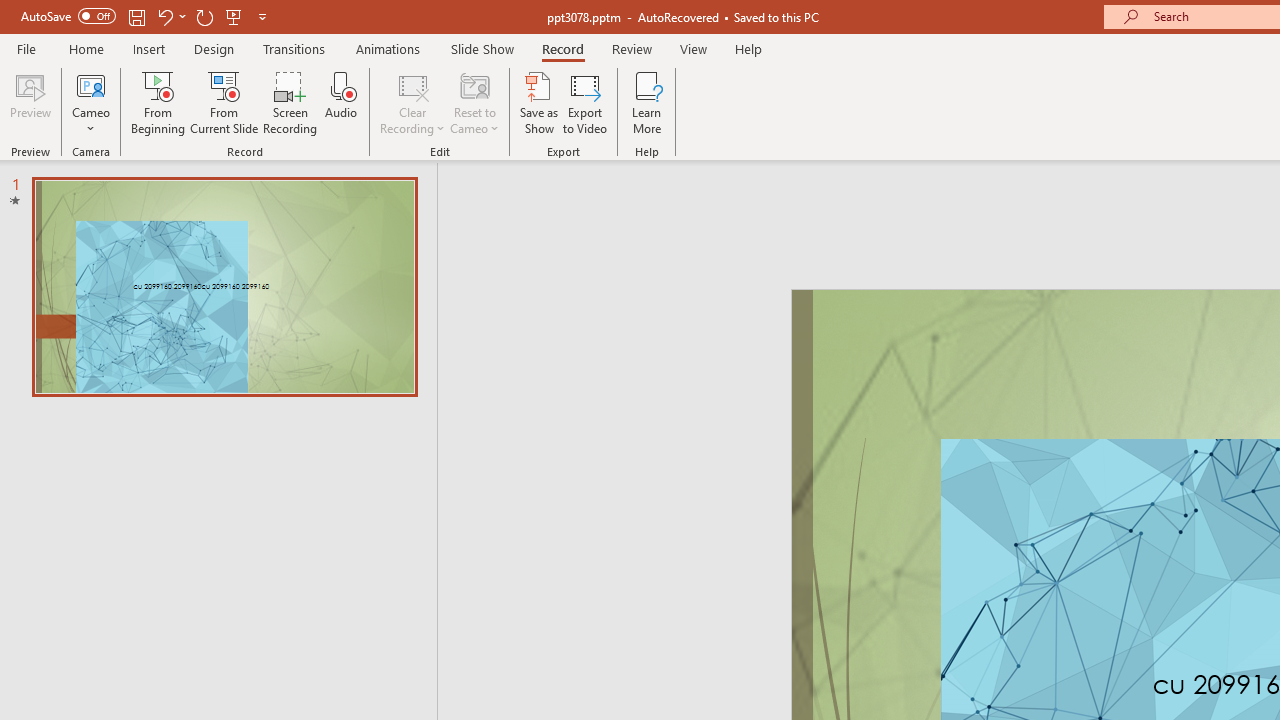 This screenshot has width=1280, height=720. Describe the element at coordinates (630, 48) in the screenshot. I see `'Review'` at that location.